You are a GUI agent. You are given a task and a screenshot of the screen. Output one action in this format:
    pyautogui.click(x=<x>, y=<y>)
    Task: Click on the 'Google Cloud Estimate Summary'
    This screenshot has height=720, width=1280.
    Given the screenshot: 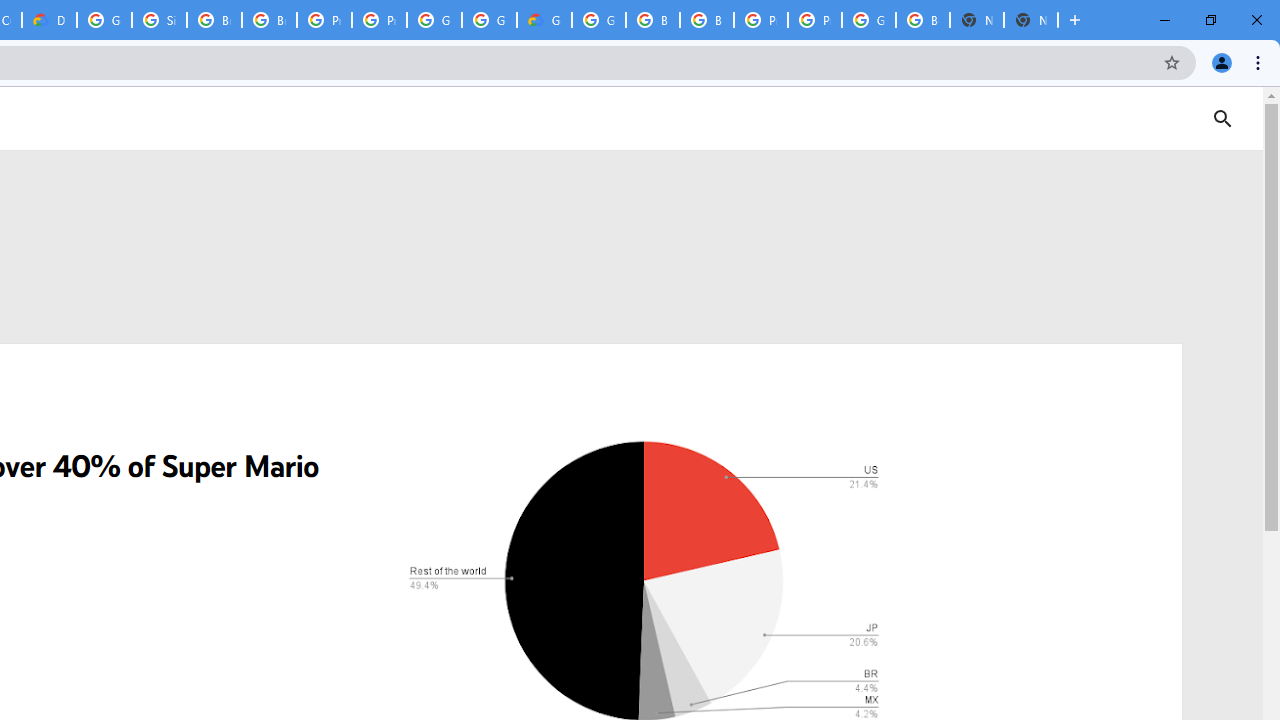 What is the action you would take?
    pyautogui.click(x=544, y=20)
    